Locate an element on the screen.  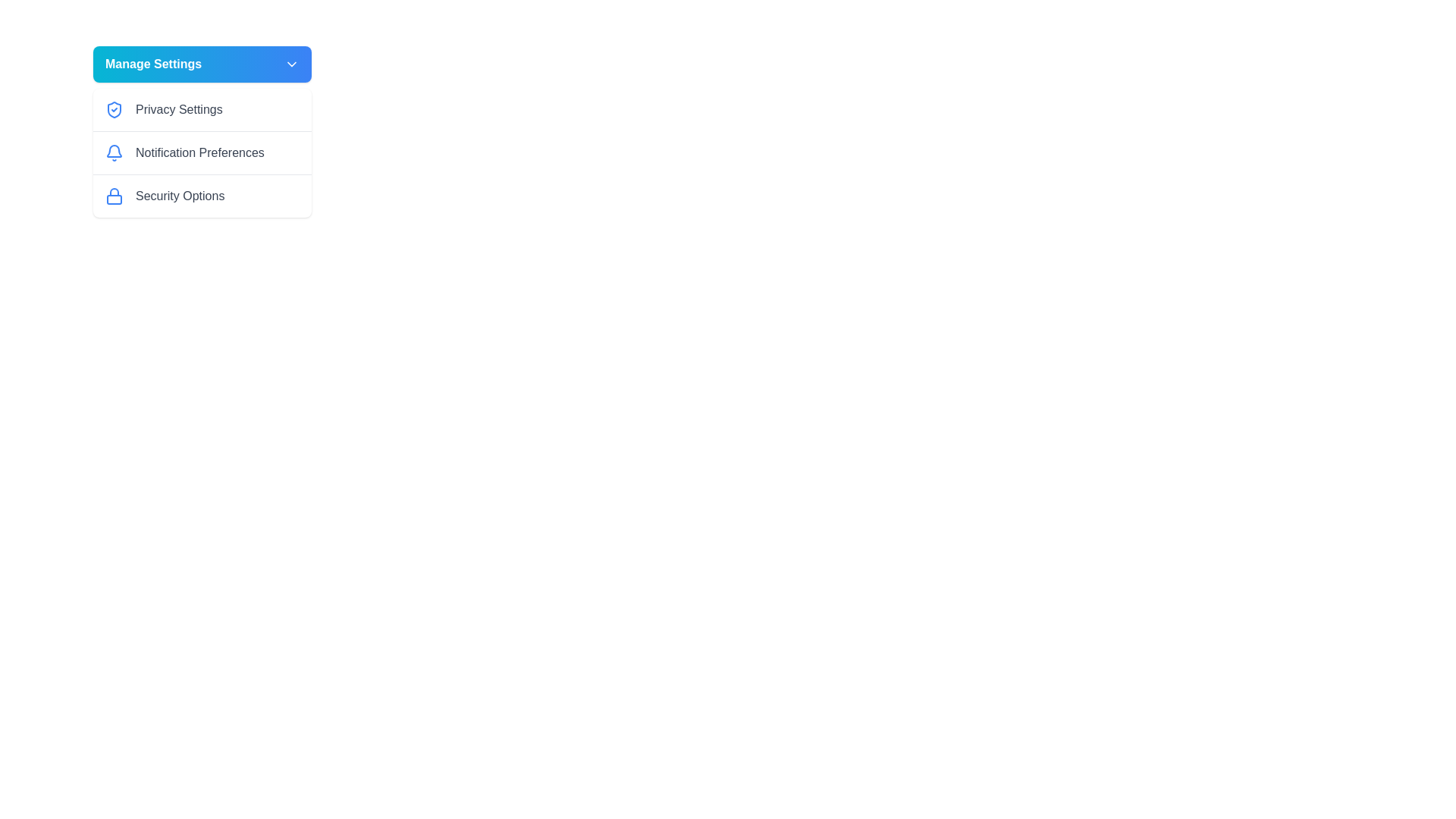
the Privacy Settings icon, which is located to the left of the 'Privacy Settings' text in a vertical menu for managing settings is located at coordinates (113, 109).